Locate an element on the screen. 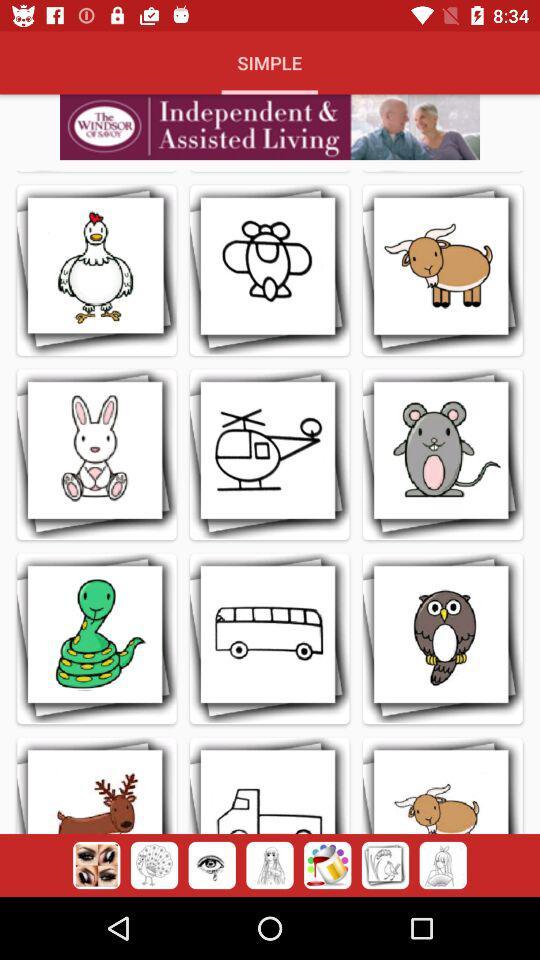 Image resolution: width=540 pixels, height=960 pixels. the fourth image which is above the navigation bar is located at coordinates (270, 865).